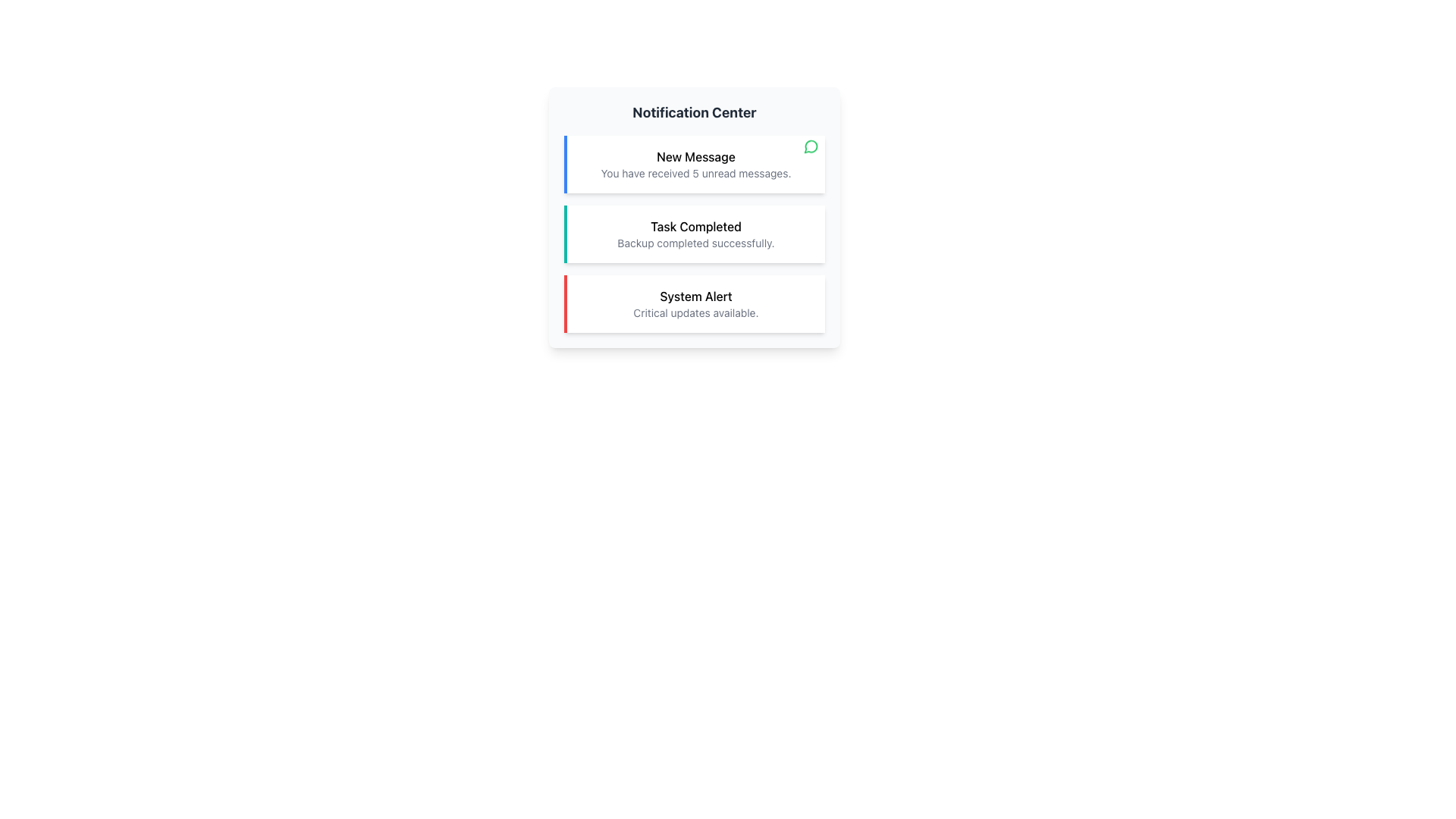 The image size is (1456, 819). What do you see at coordinates (695, 227) in the screenshot?
I see `the content of the text label that states 'Task Completed', which is prominently displayed in black on a white background in the middle notification card` at bounding box center [695, 227].